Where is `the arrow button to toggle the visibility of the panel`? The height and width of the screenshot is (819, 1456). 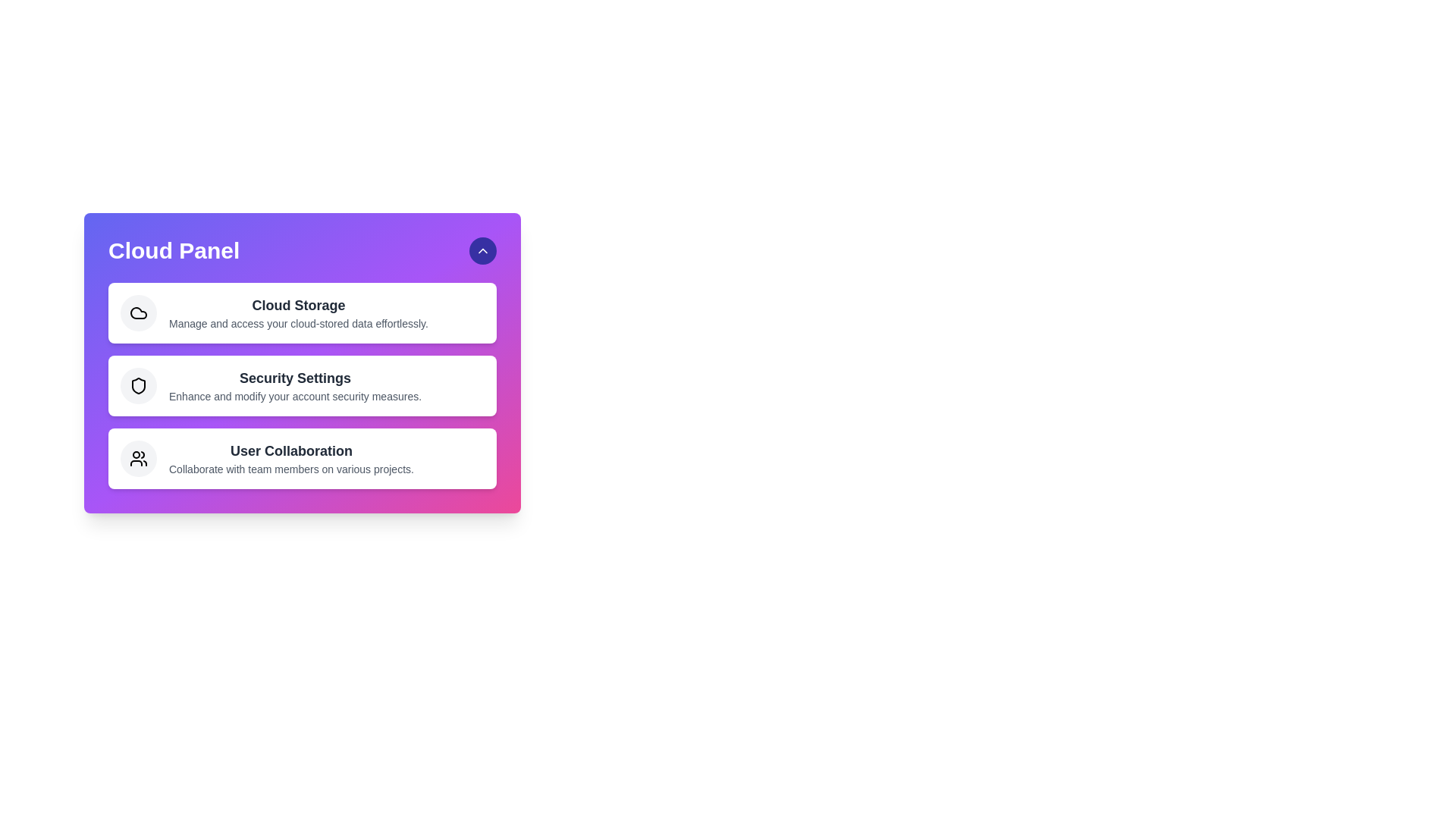 the arrow button to toggle the visibility of the panel is located at coordinates (482, 250).